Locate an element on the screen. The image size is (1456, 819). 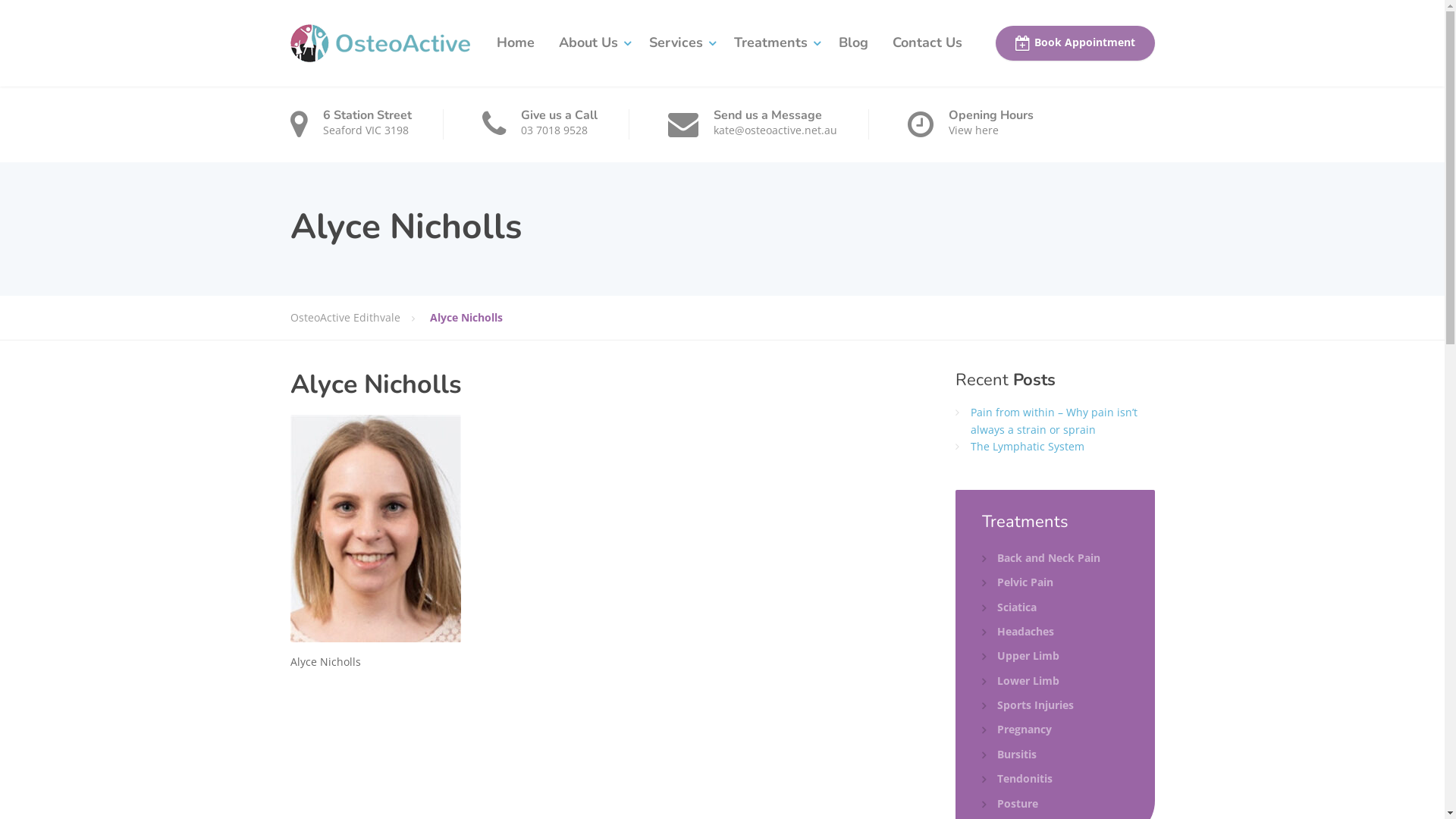
'Posture' is located at coordinates (1009, 803).